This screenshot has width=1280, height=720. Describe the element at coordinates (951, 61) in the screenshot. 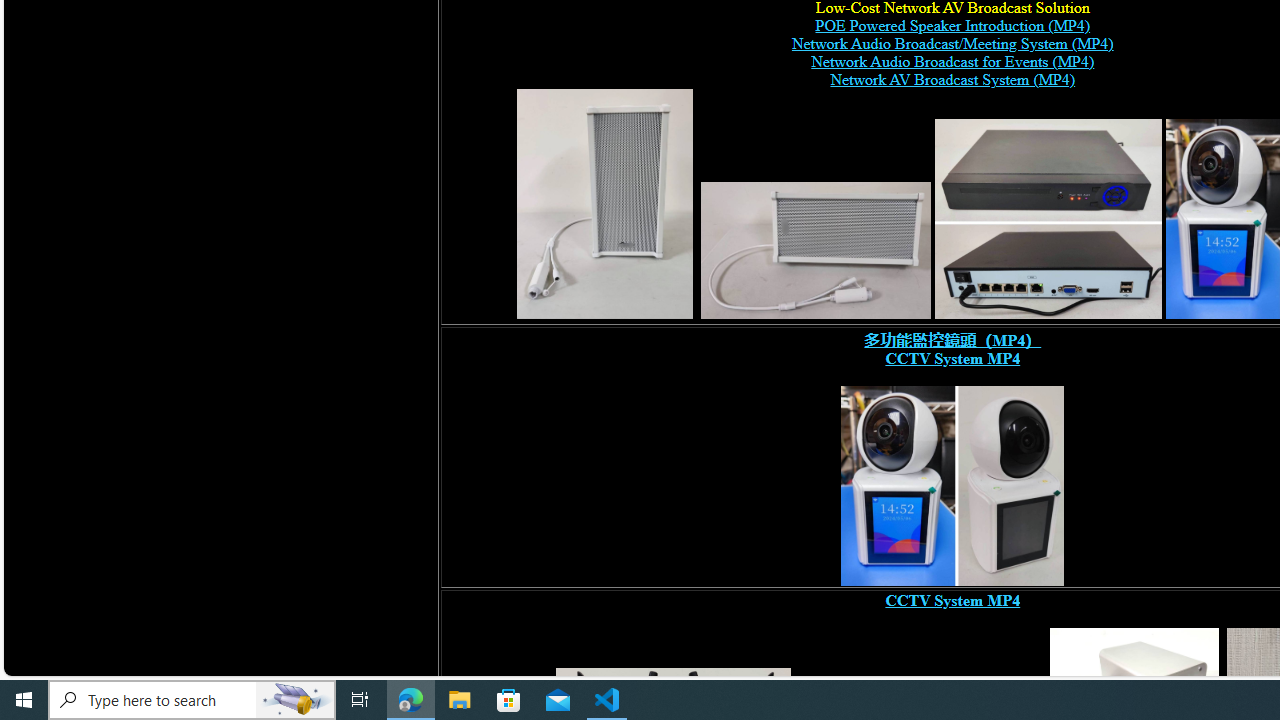

I see `'Network Audio Broadcast for Events (MP4) '` at that location.